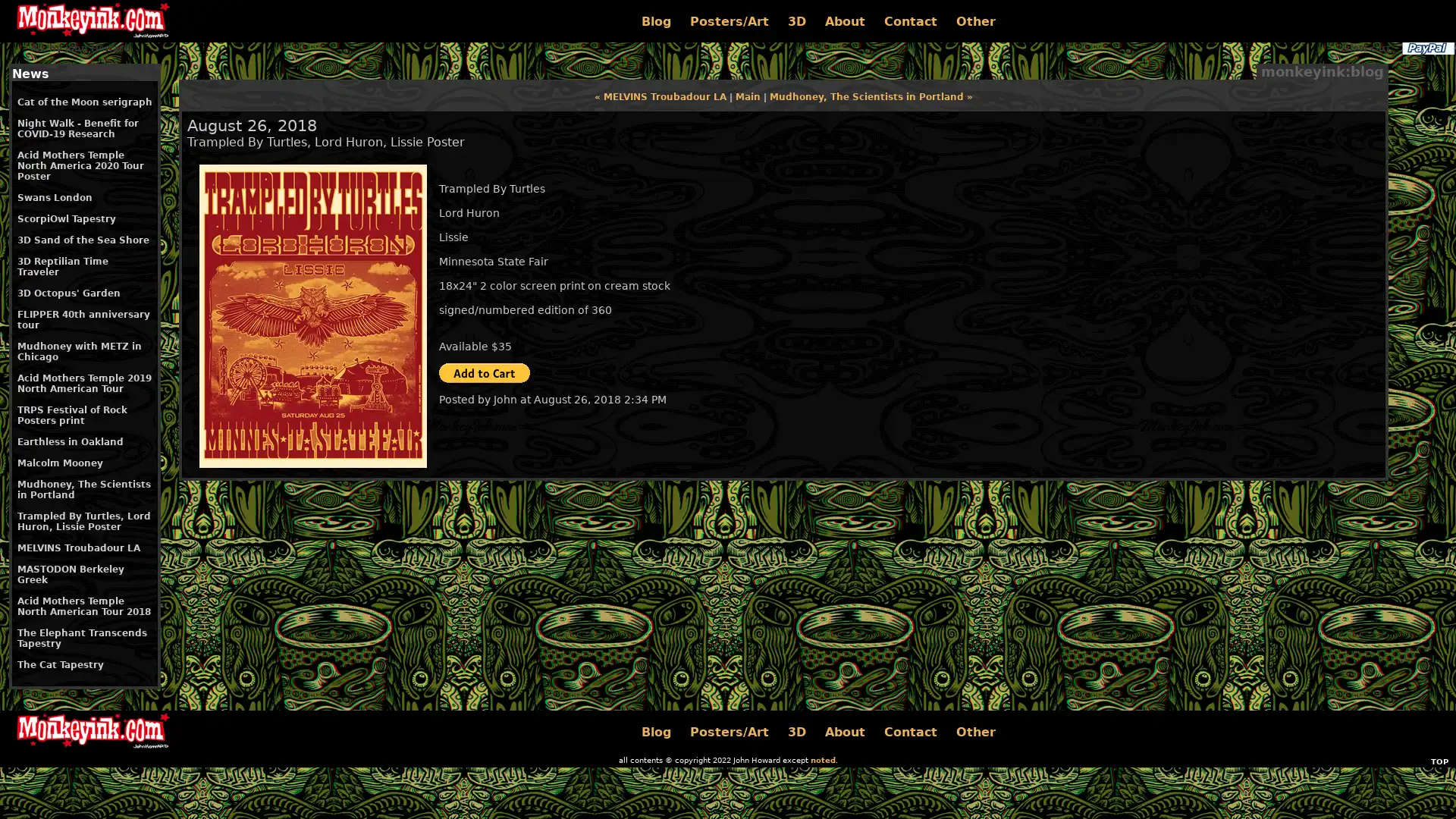 This screenshot has width=1456, height=819. Describe the element at coordinates (483, 373) in the screenshot. I see `PayPal - The safer, easier way to pay online!` at that location.